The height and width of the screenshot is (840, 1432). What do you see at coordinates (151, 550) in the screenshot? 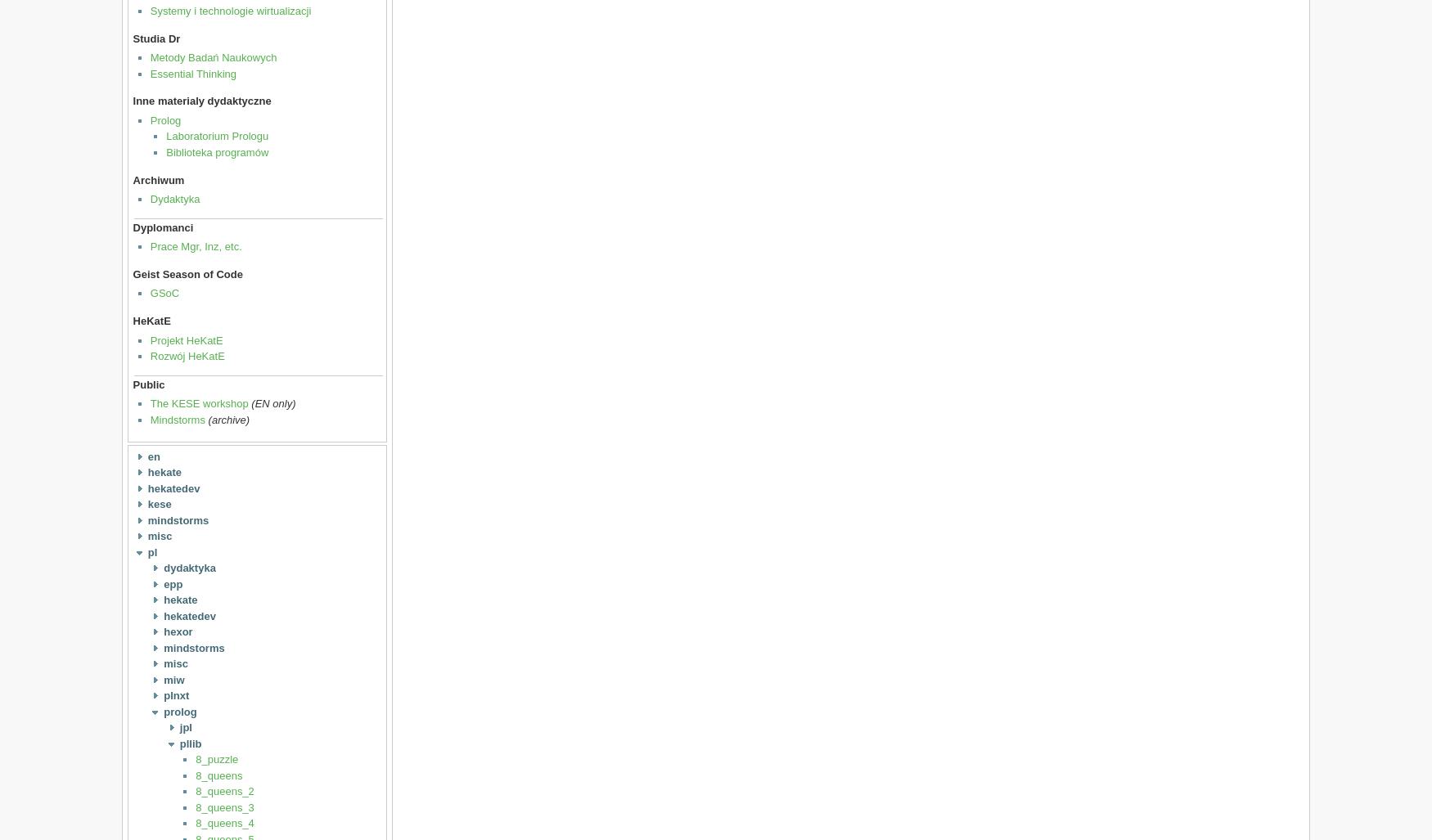
I see `'pl'` at bounding box center [151, 550].